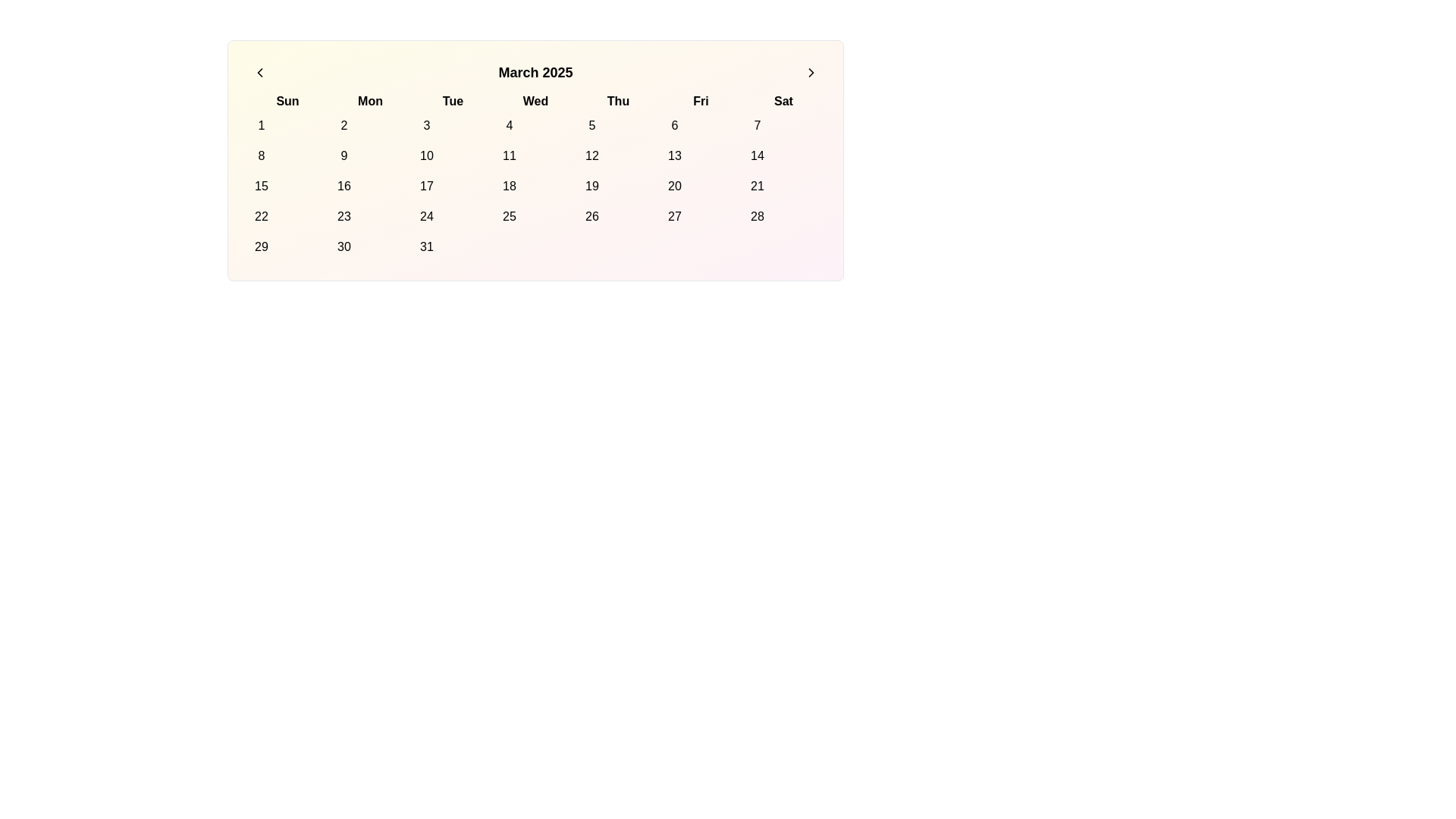  I want to click on the button representing the date '24' in the 'March 2025' calendar view, so click(425, 216).